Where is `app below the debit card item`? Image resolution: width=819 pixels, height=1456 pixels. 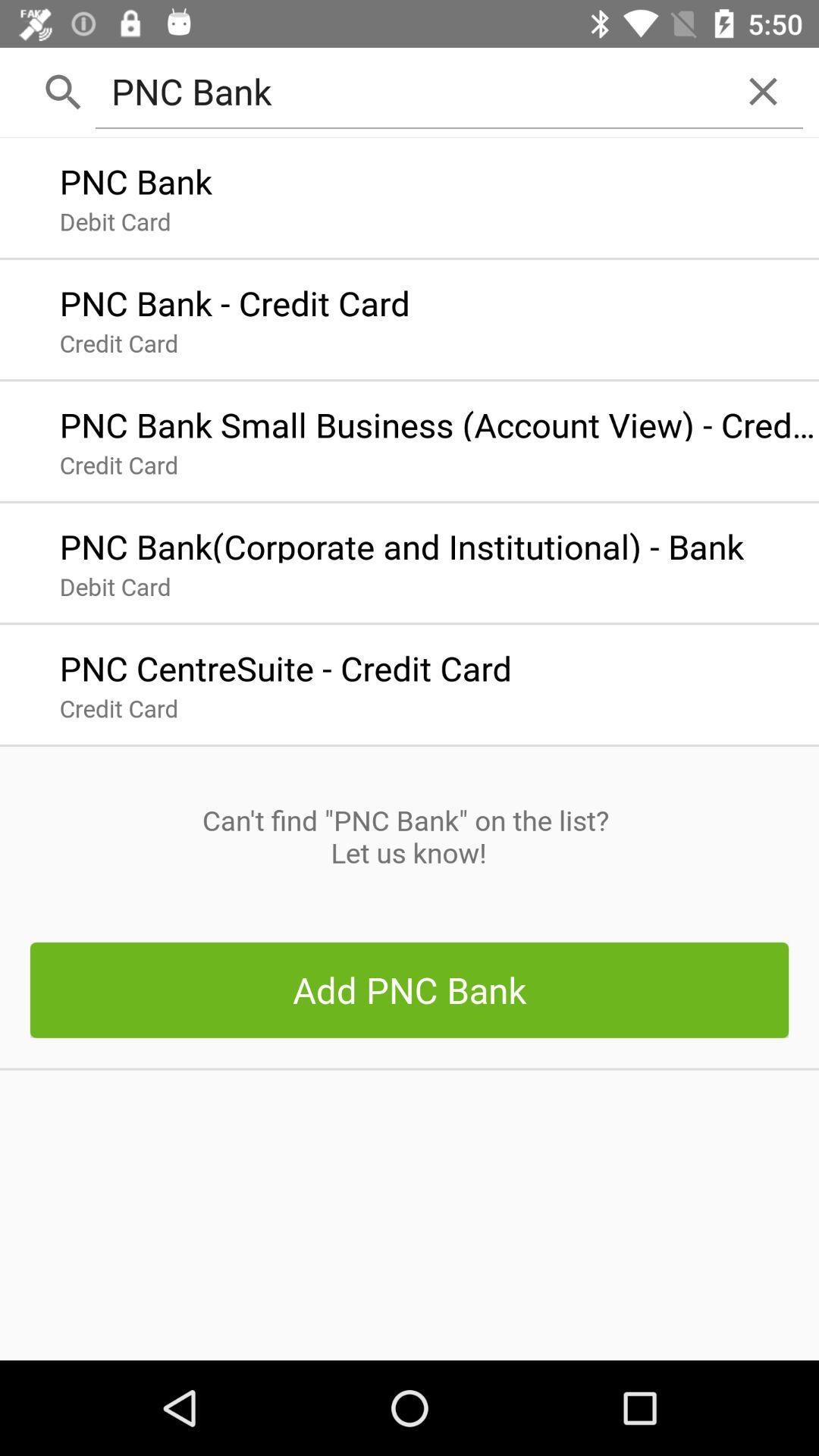 app below the debit card item is located at coordinates (285, 664).